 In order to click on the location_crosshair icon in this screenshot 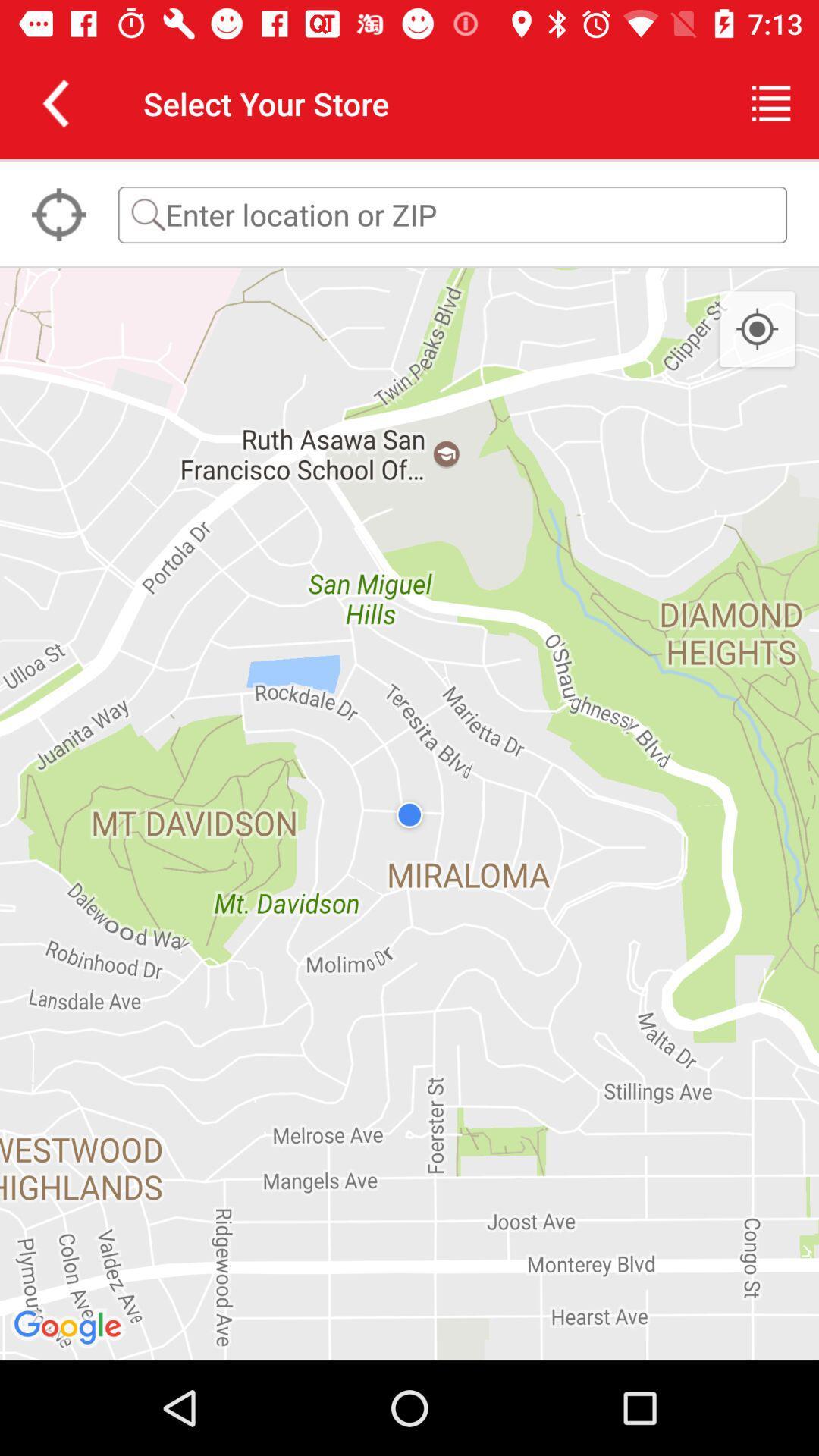, I will do `click(757, 329)`.